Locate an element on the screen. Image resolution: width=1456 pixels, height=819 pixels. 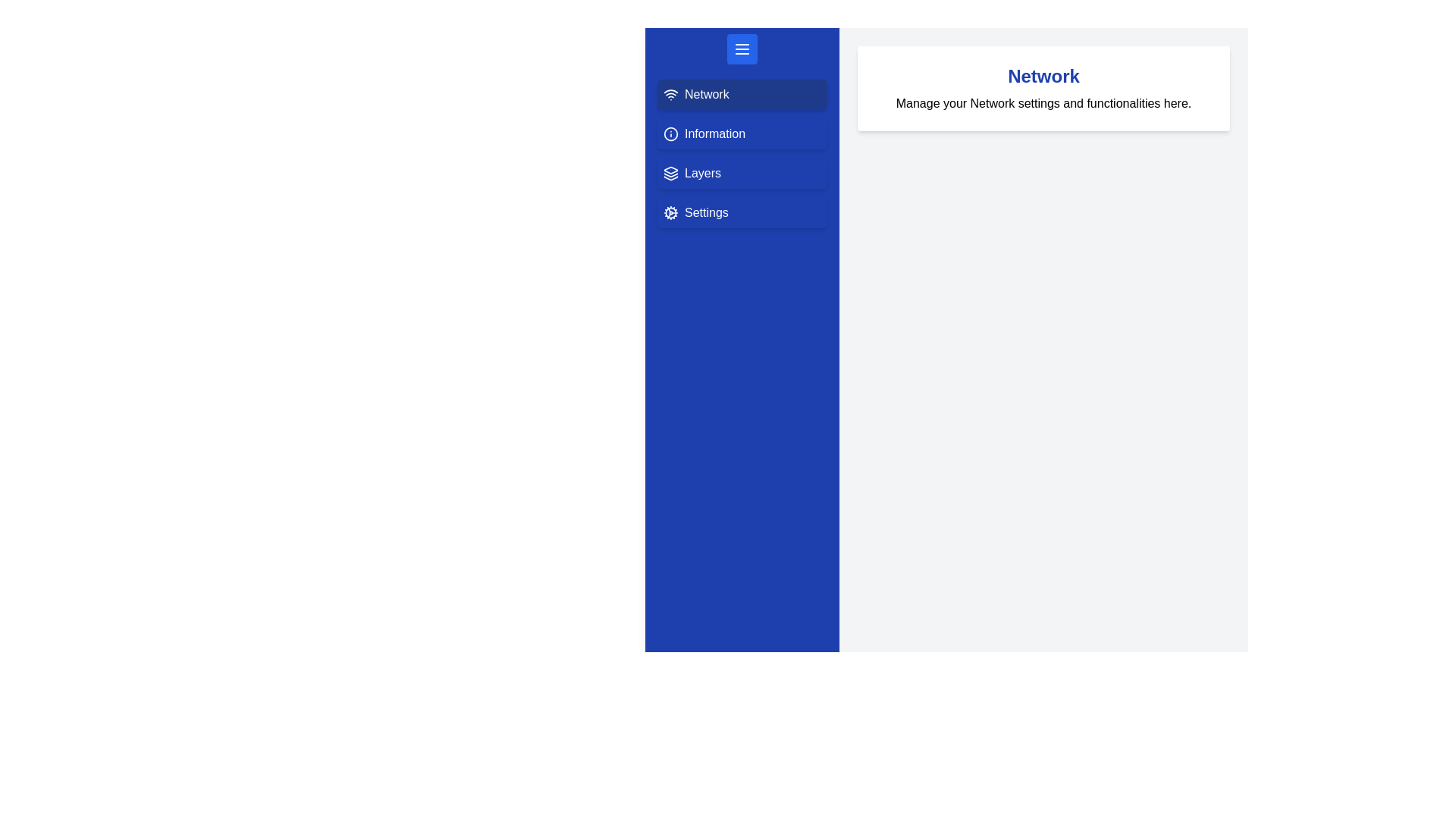
the drawer option labeled 'Settings' to observe the hover effect is located at coordinates (742, 213).